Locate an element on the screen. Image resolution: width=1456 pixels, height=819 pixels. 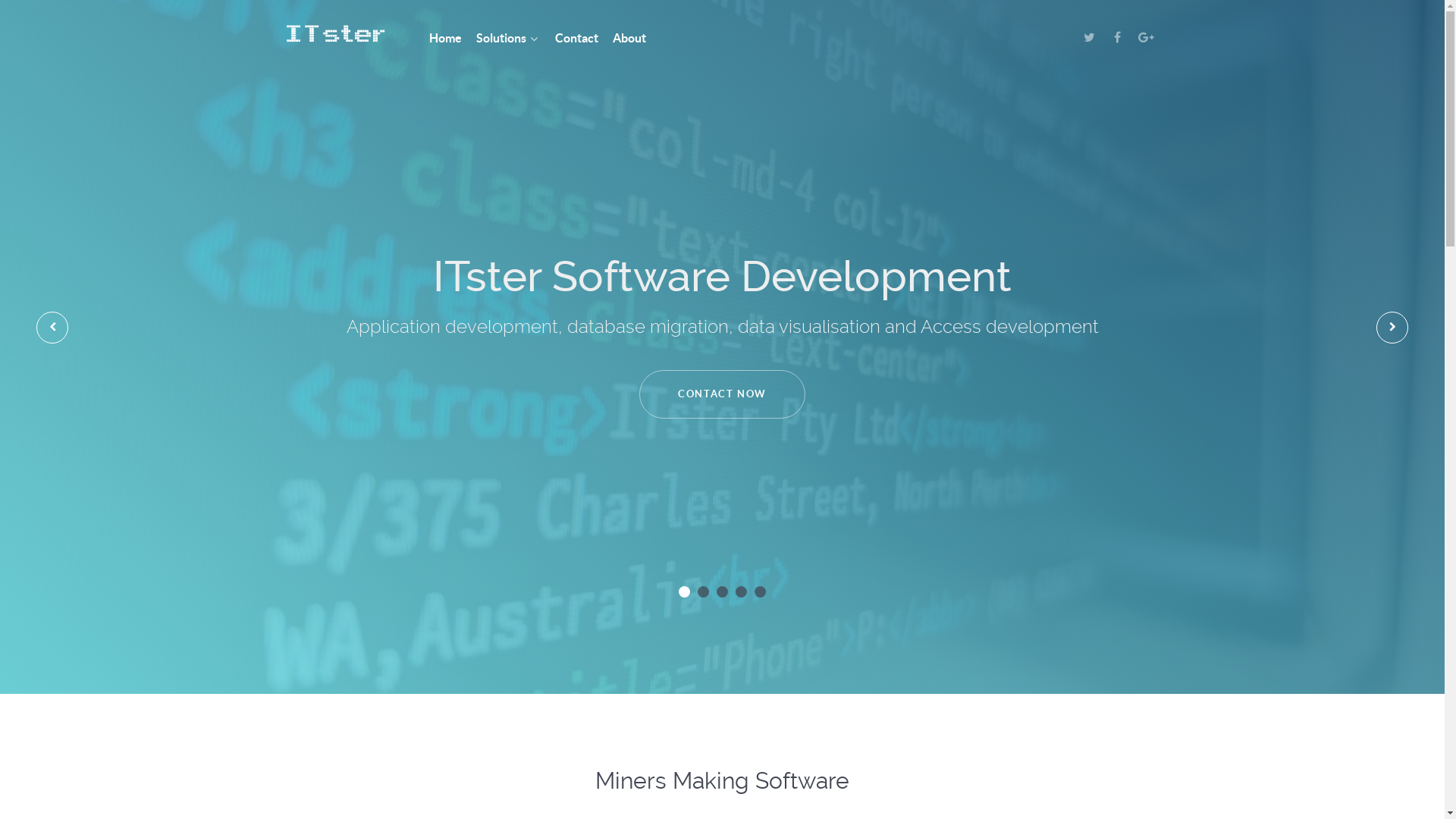
'About' is located at coordinates (612, 38).